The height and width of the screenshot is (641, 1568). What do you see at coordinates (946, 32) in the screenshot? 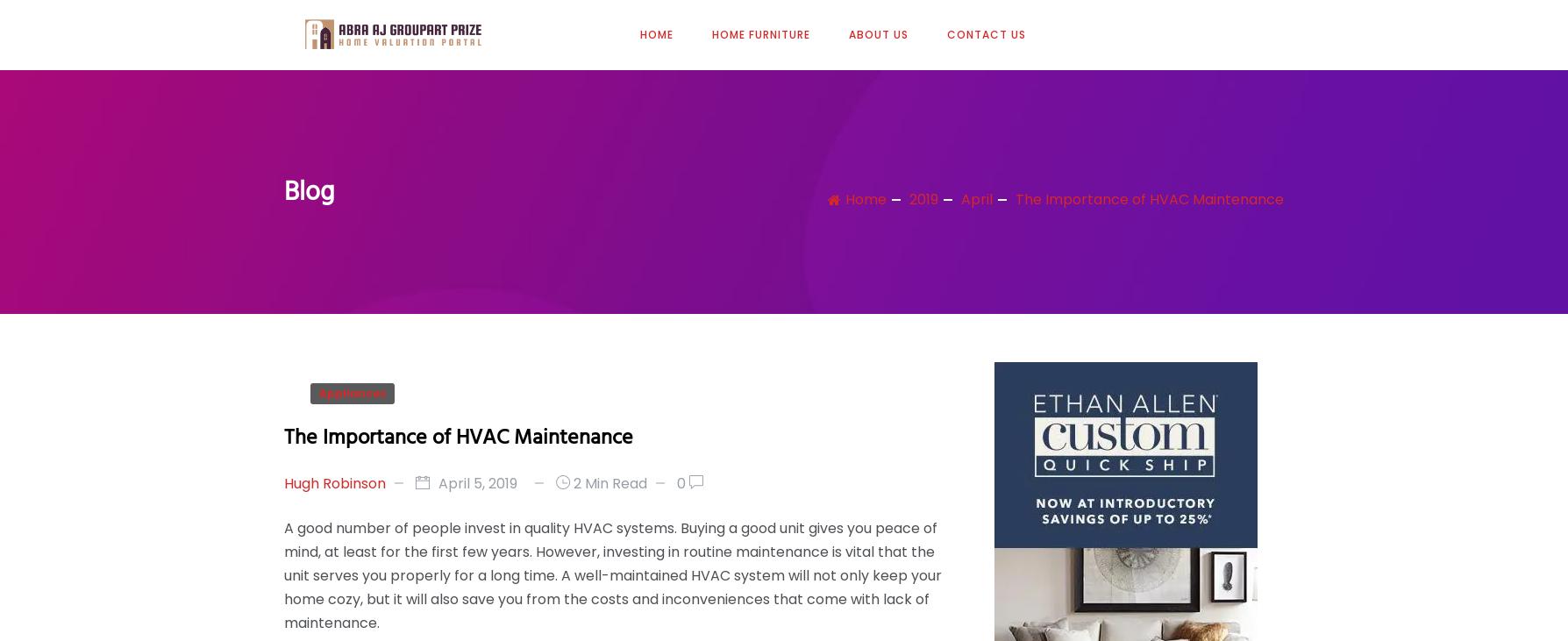
I see `'Contact Us'` at bounding box center [946, 32].